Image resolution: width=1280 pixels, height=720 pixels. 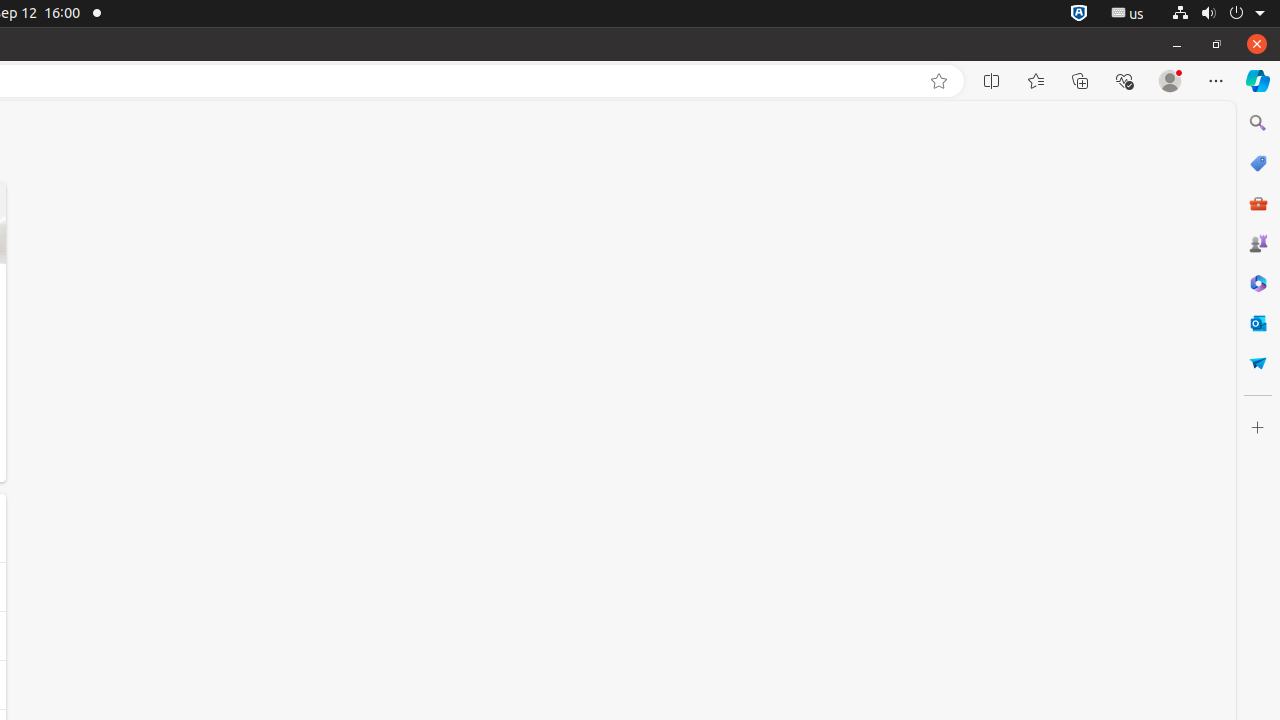 I want to click on 'Collections', so click(x=1079, y=80).